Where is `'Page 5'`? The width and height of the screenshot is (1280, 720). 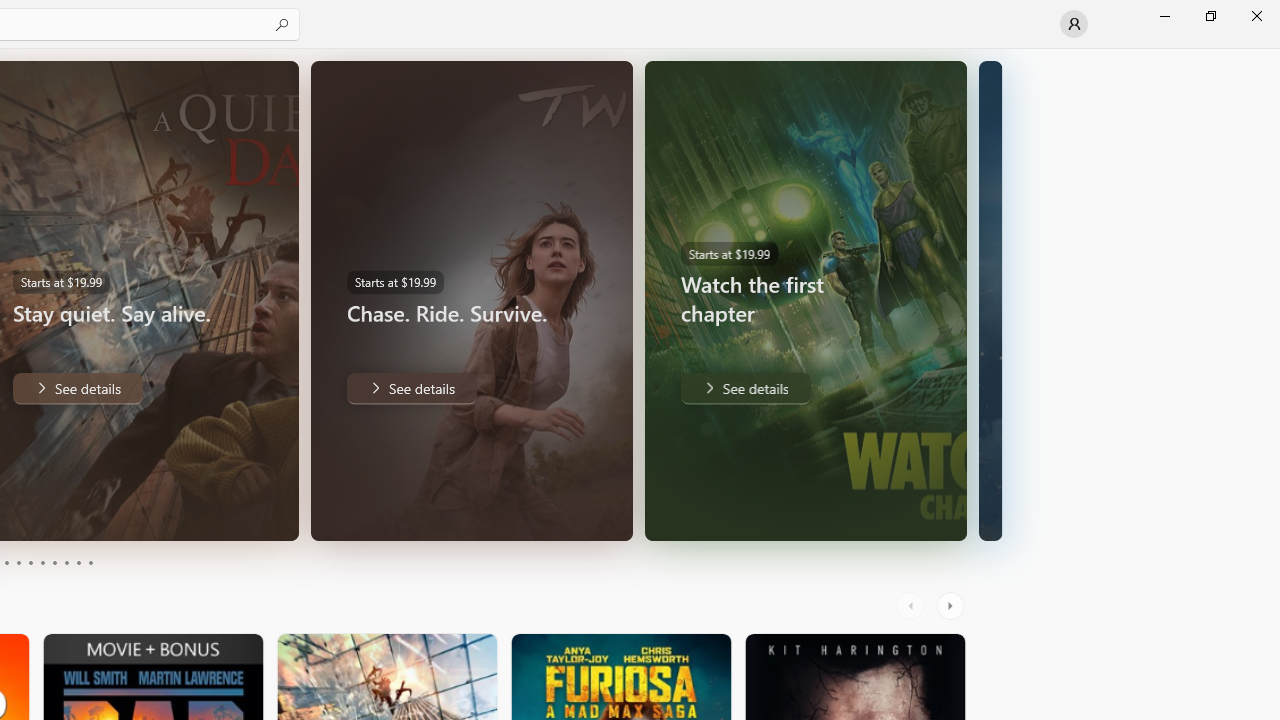
'Page 5' is located at coordinates (30, 563).